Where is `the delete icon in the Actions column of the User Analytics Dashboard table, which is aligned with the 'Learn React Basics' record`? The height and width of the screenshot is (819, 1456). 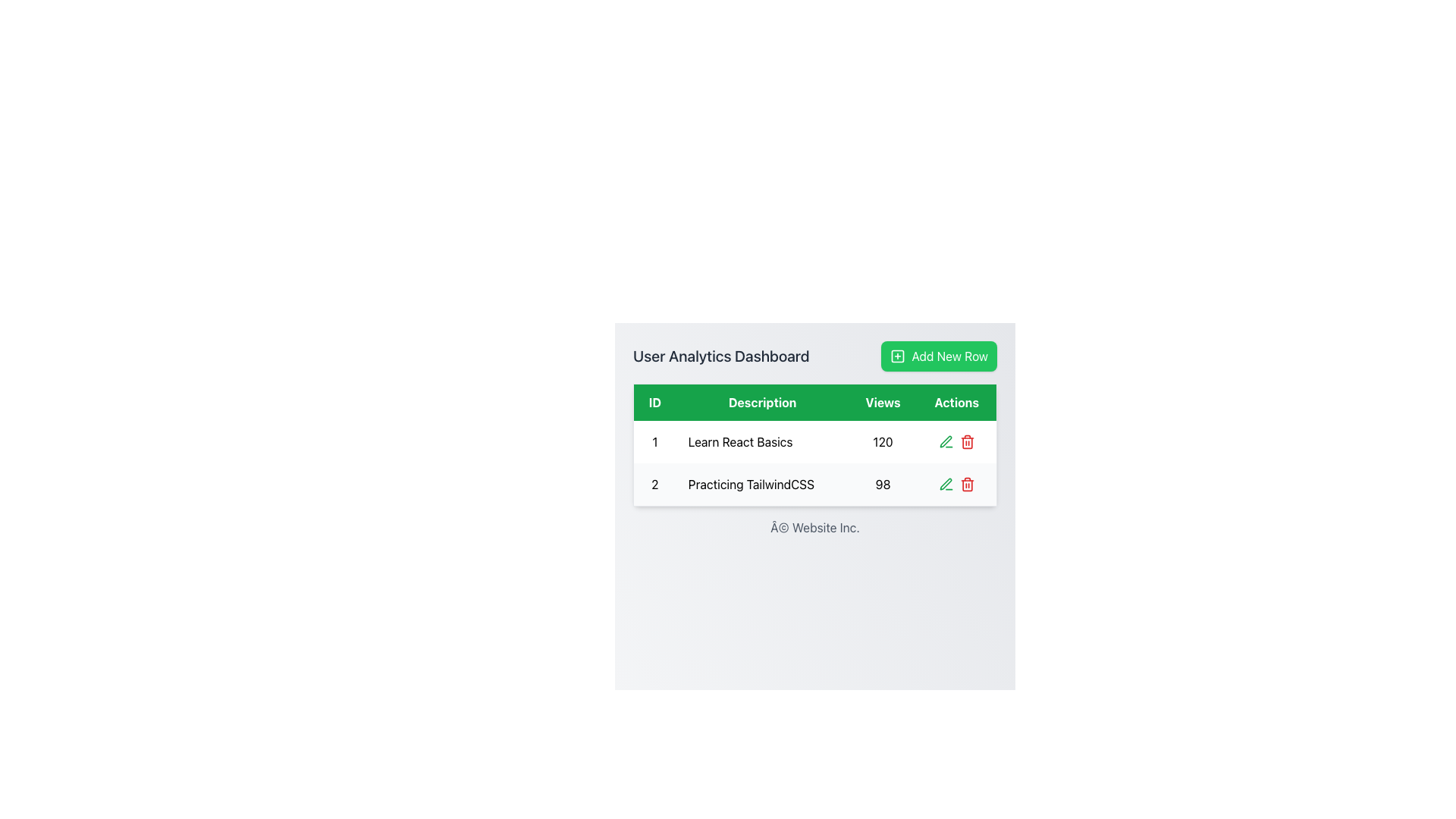
the delete icon in the Actions column of the User Analytics Dashboard table, which is aligned with the 'Learn React Basics' record is located at coordinates (956, 441).